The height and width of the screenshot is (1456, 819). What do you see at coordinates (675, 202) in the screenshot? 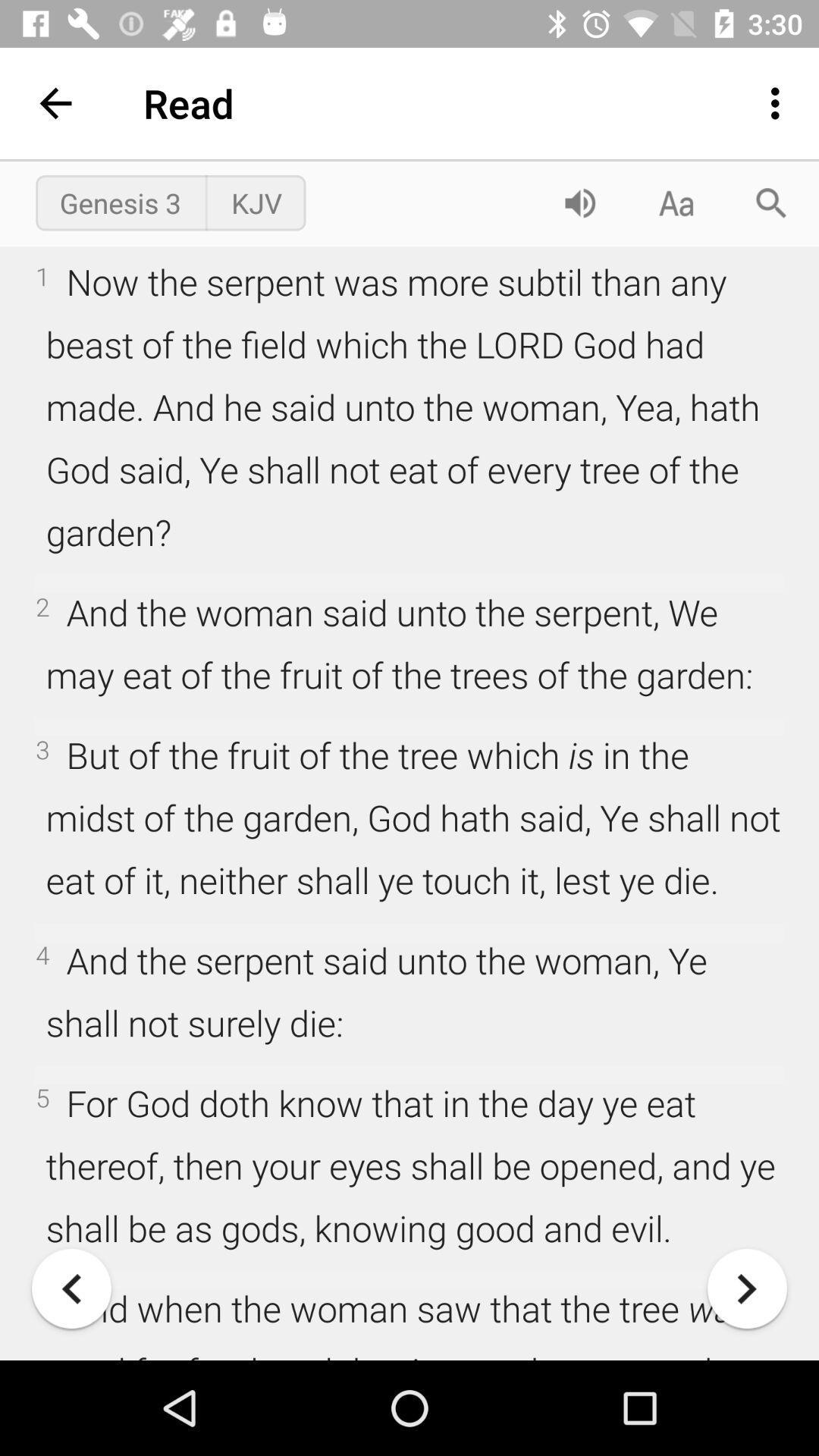
I see `the item above the 1 now the icon` at bounding box center [675, 202].